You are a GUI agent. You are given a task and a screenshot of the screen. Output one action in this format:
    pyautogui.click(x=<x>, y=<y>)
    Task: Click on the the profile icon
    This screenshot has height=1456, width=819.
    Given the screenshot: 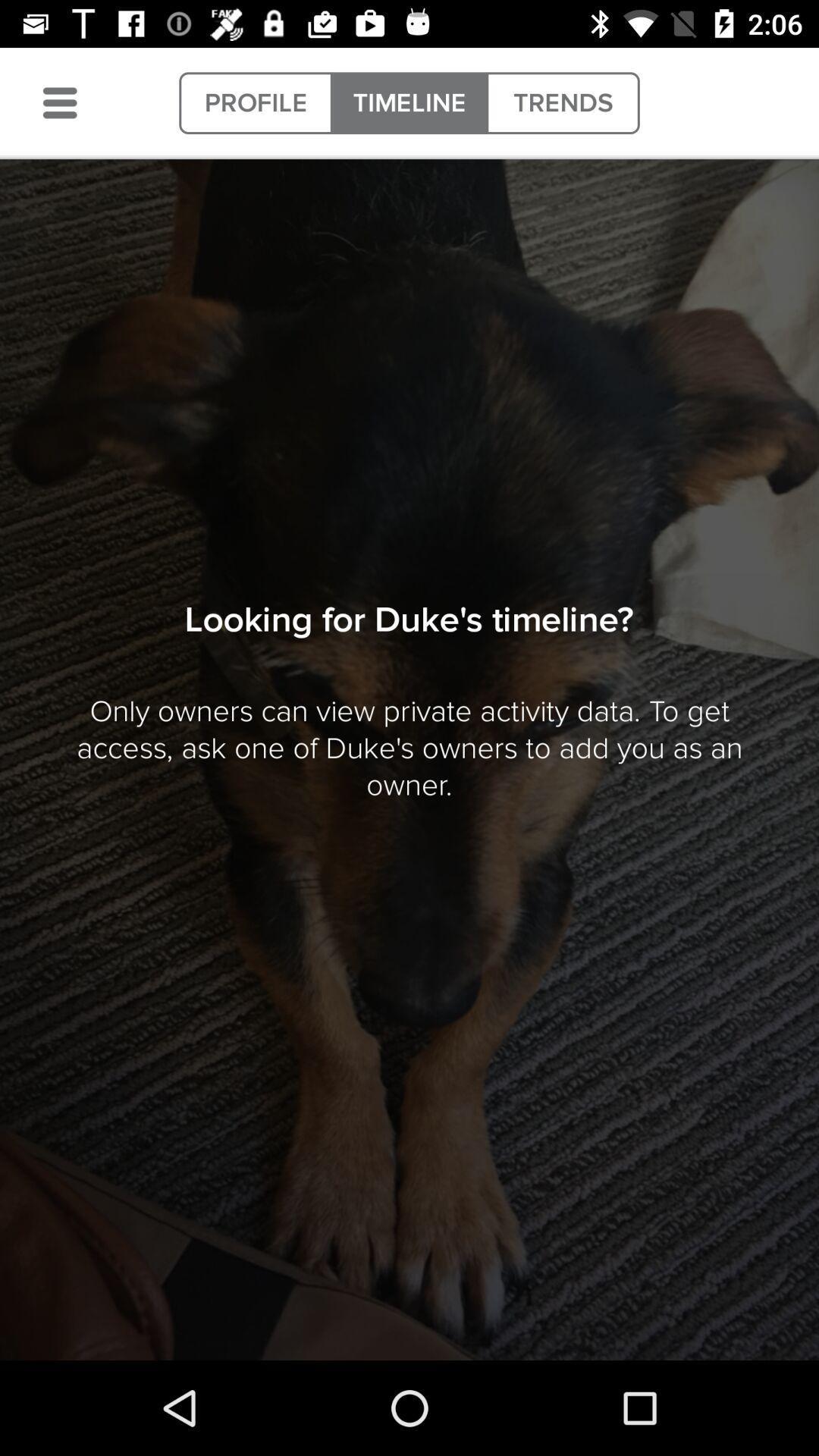 What is the action you would take?
    pyautogui.click(x=255, y=102)
    